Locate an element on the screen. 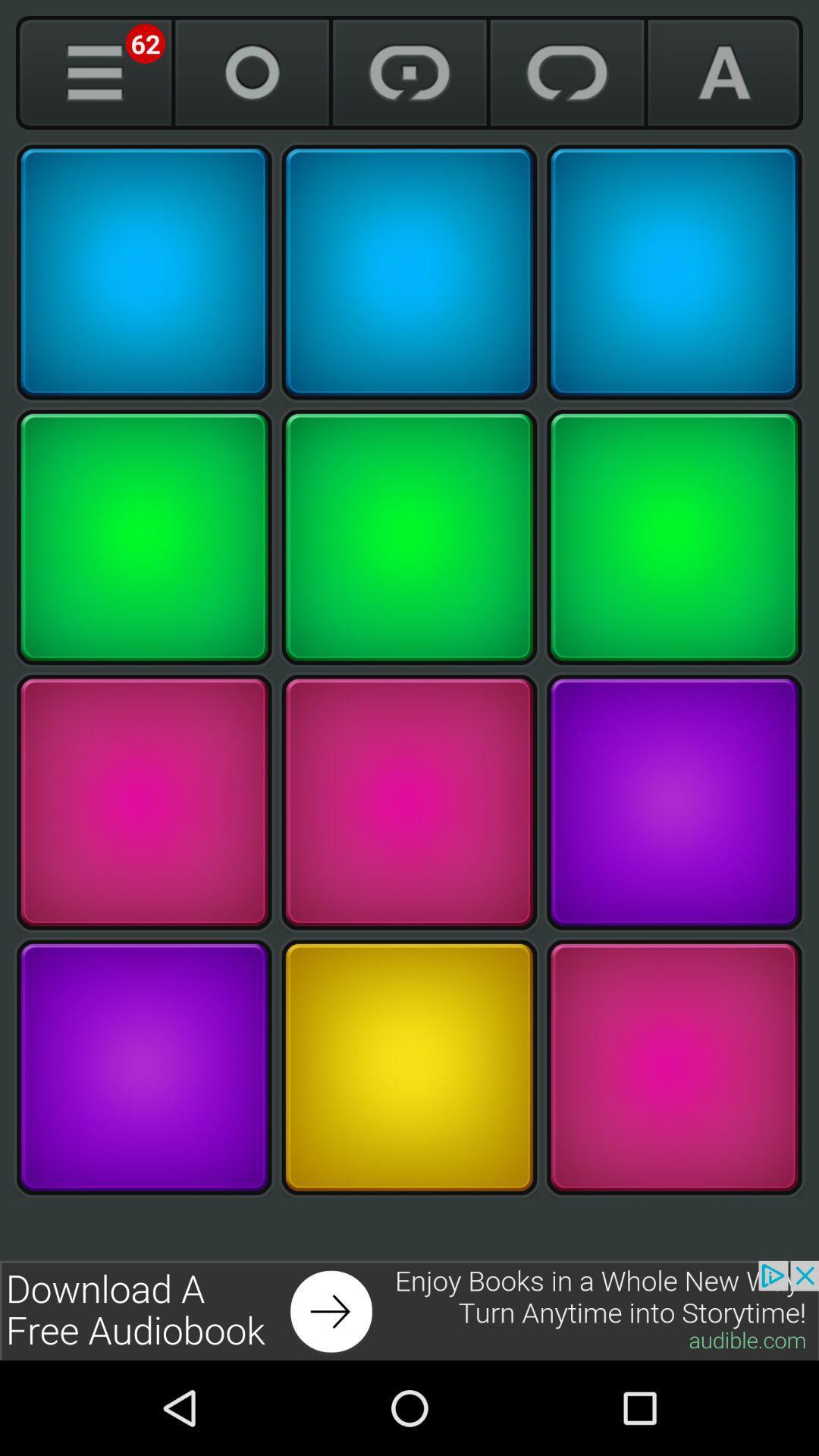 Image resolution: width=819 pixels, height=1456 pixels. pink color is located at coordinates (673, 1066).